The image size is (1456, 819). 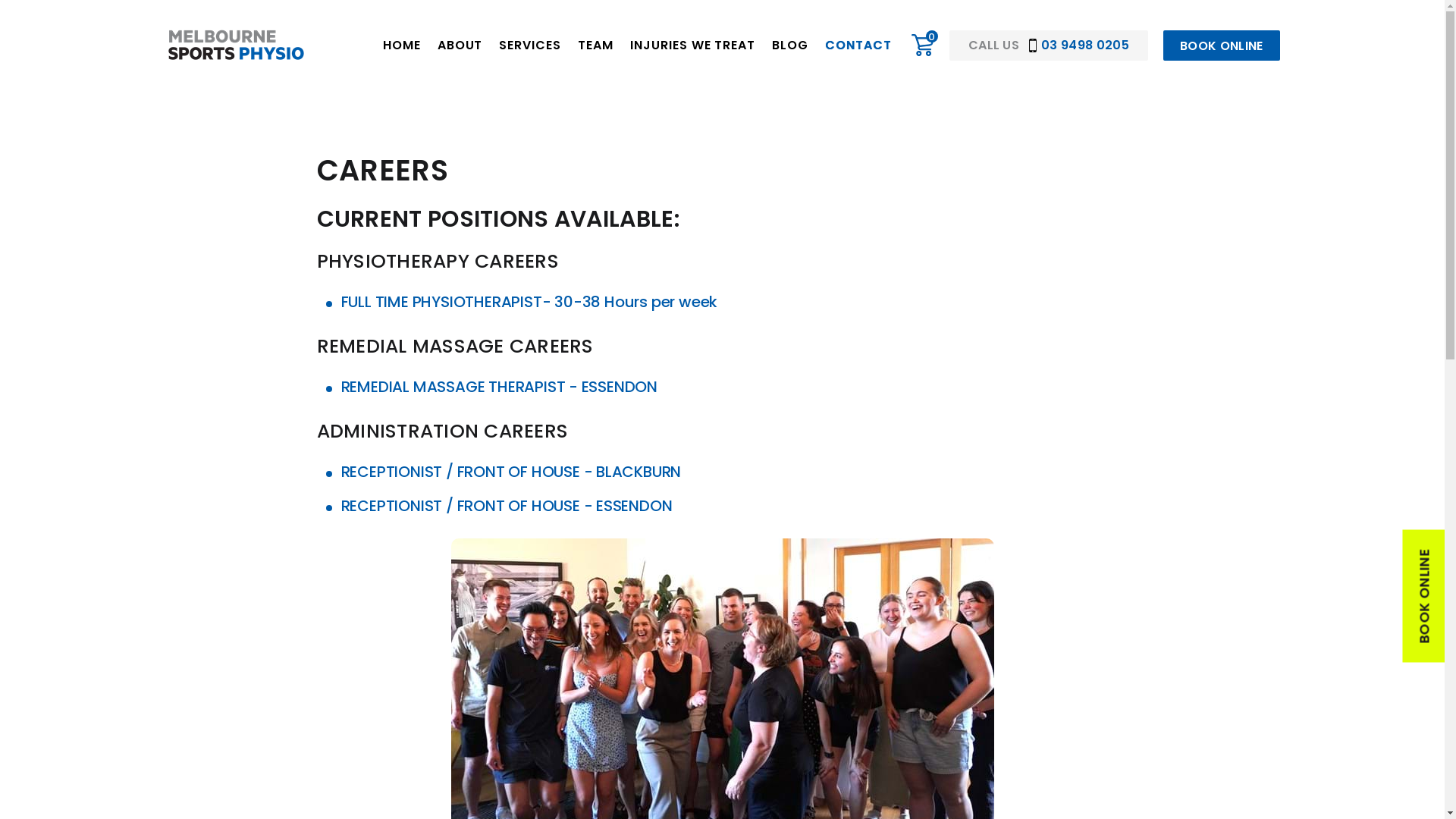 I want to click on 'ABOUT', so click(x=459, y=45).